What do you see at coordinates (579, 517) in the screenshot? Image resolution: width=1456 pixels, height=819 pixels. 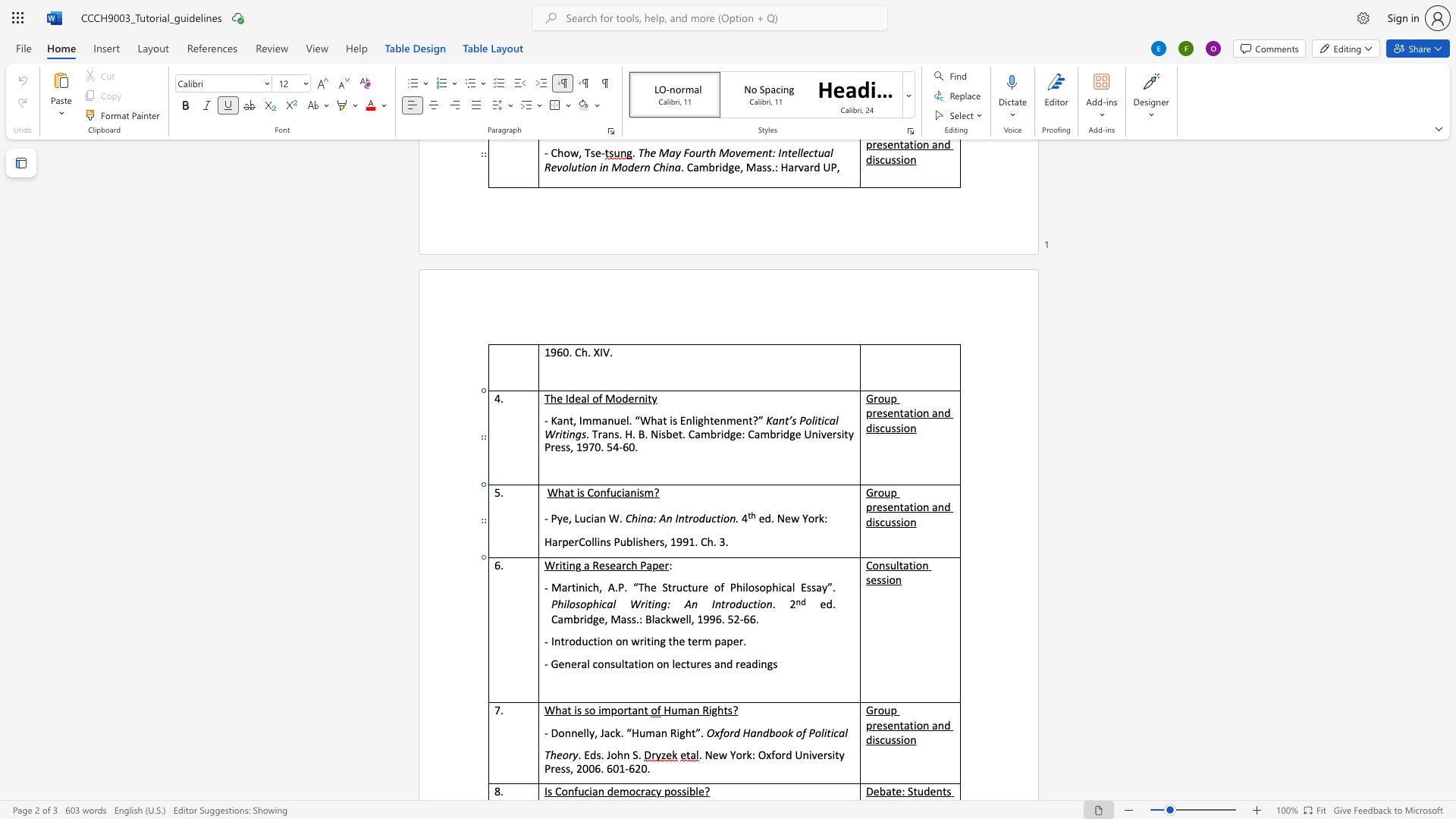 I see `the space between the continuous character "L" and "u" in the text` at bounding box center [579, 517].